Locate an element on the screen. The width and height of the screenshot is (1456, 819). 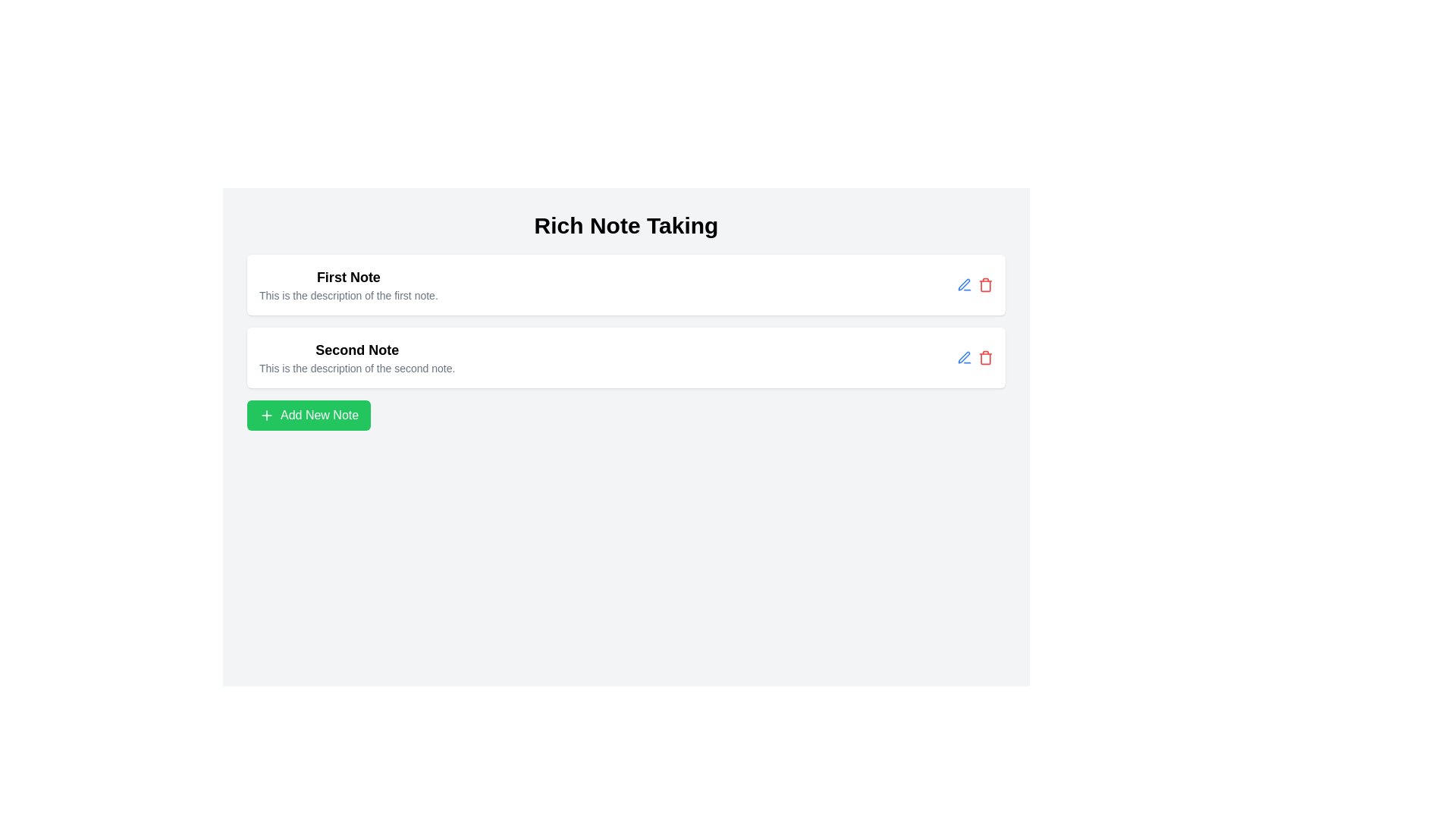
the first Text block that conveys information about a note, located above the 'Second Note' element is located at coordinates (347, 284).